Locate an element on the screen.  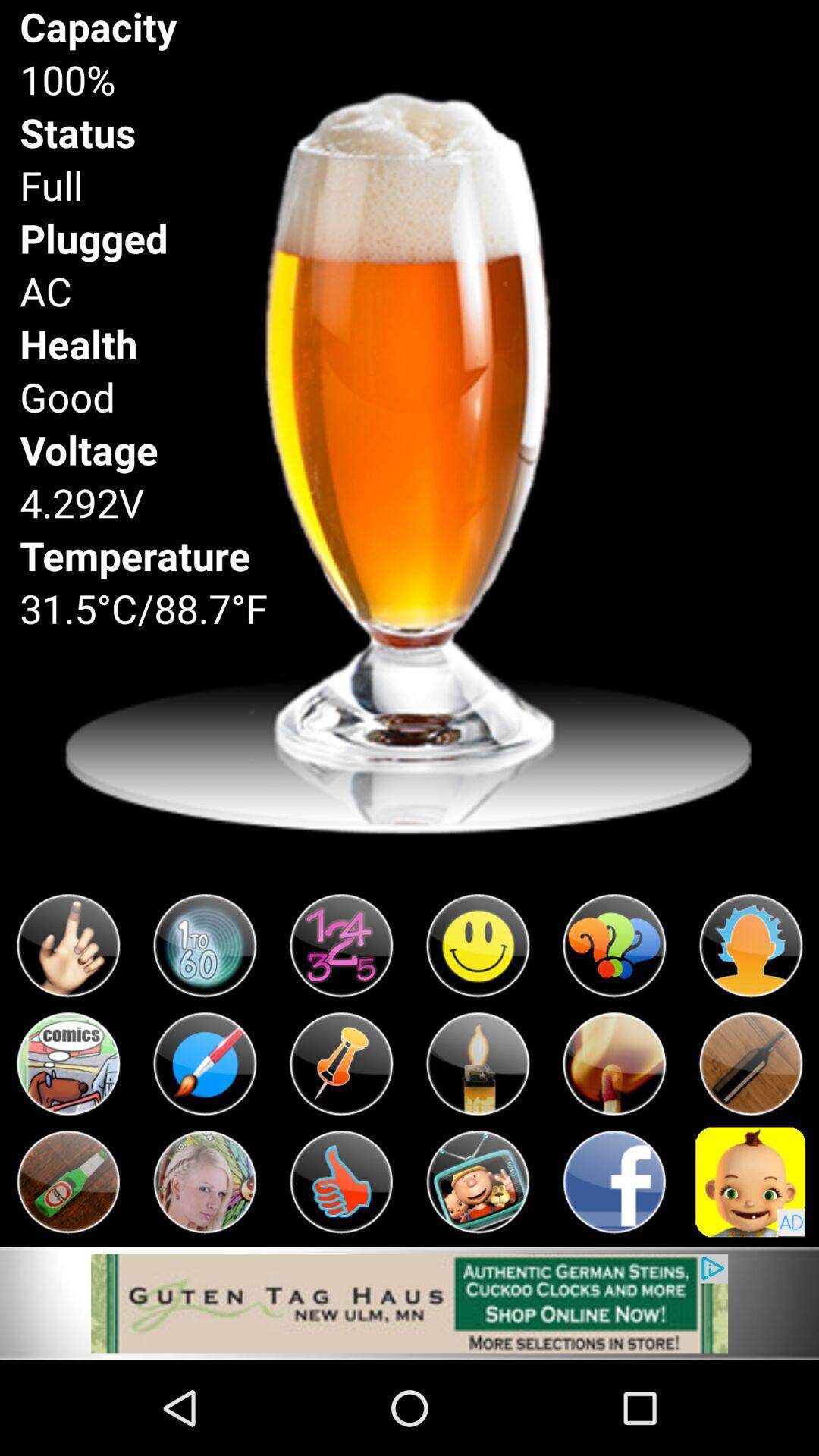
click the icon is located at coordinates (205, 945).